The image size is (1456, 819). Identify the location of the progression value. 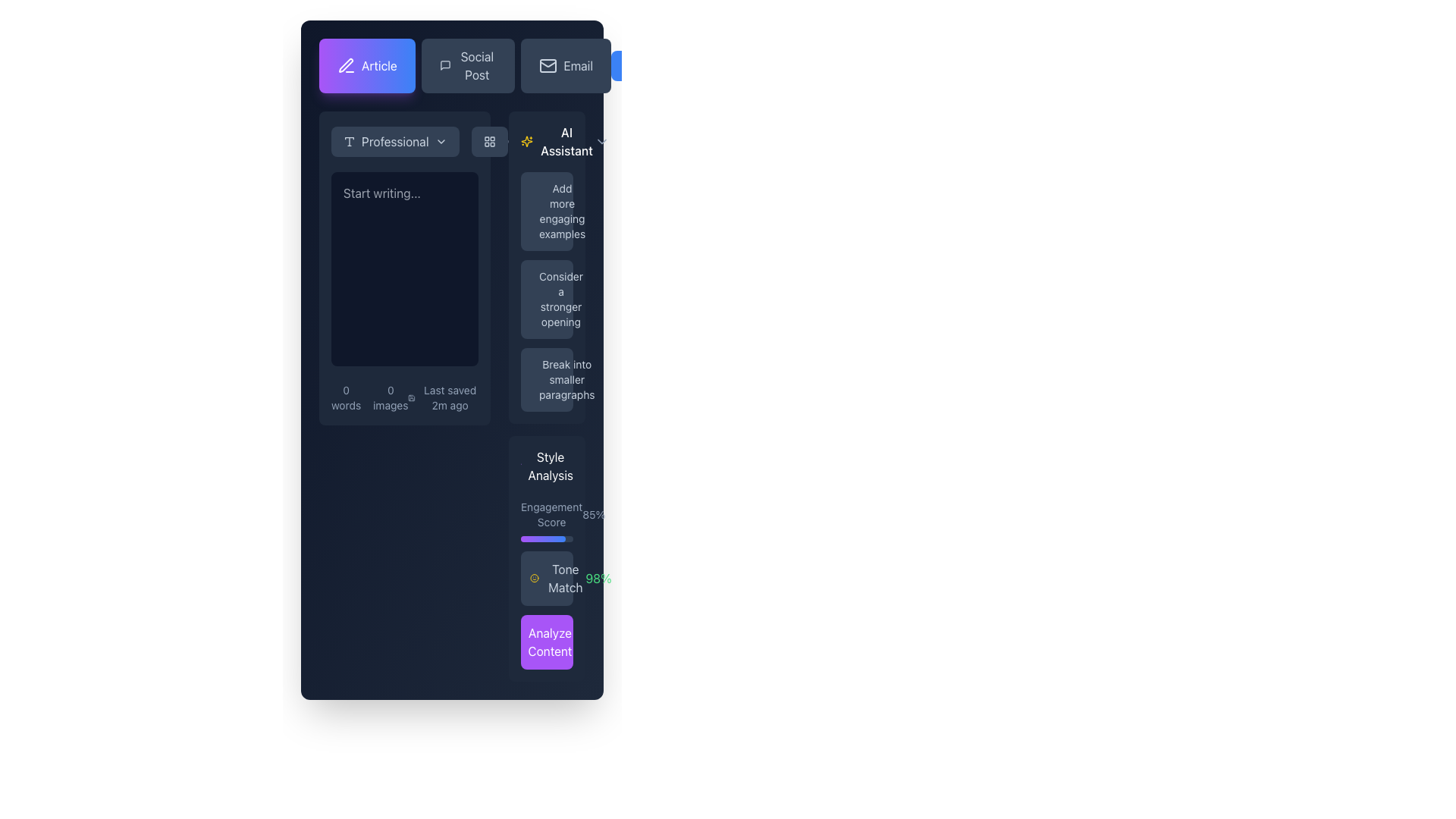
(544, 538).